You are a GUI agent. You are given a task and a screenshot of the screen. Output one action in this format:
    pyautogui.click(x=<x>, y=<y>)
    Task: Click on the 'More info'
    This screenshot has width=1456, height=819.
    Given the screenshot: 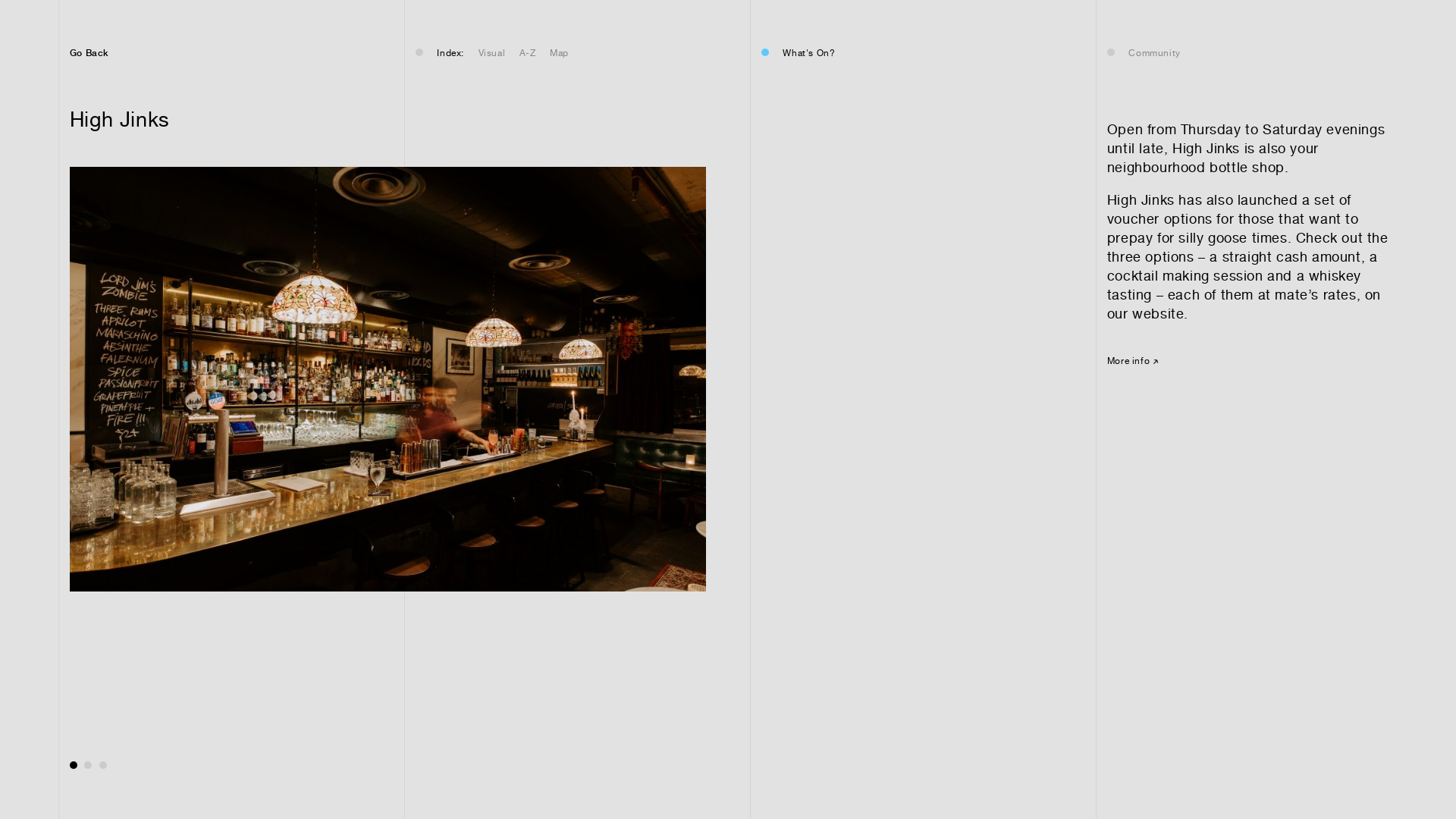 What is the action you would take?
    pyautogui.click(x=1133, y=360)
    